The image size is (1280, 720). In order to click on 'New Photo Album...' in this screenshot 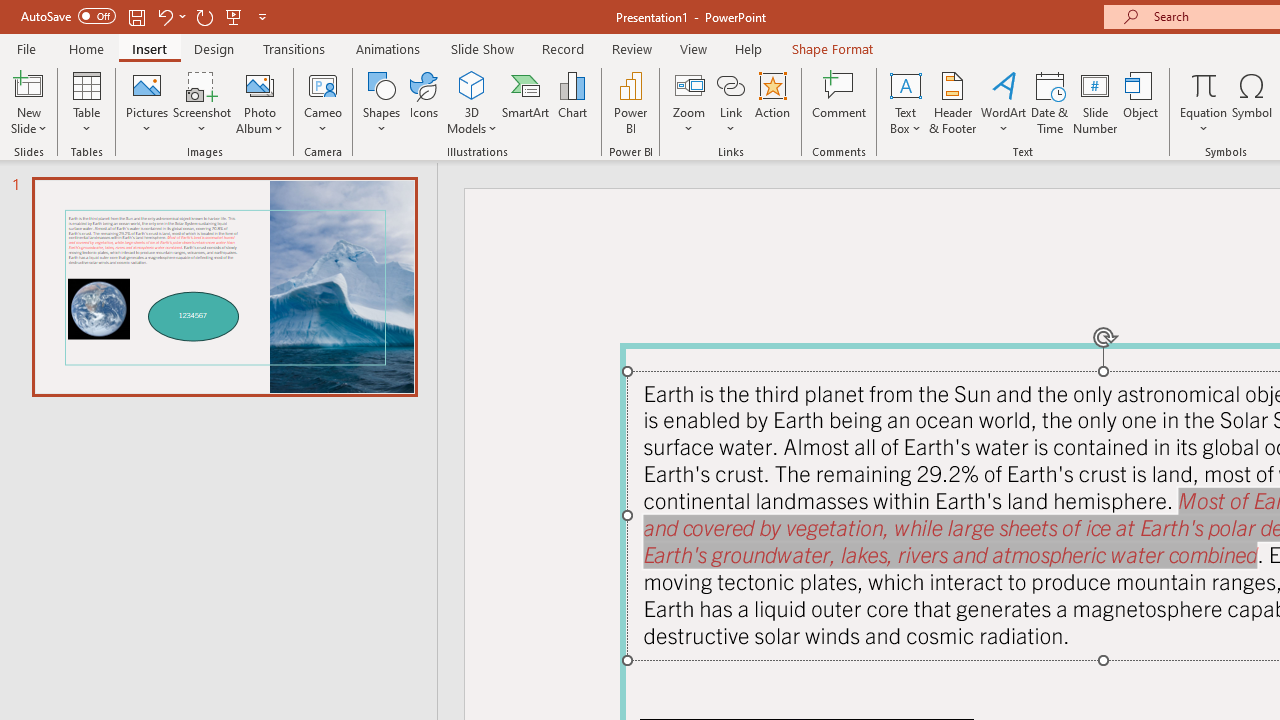, I will do `click(258, 84)`.